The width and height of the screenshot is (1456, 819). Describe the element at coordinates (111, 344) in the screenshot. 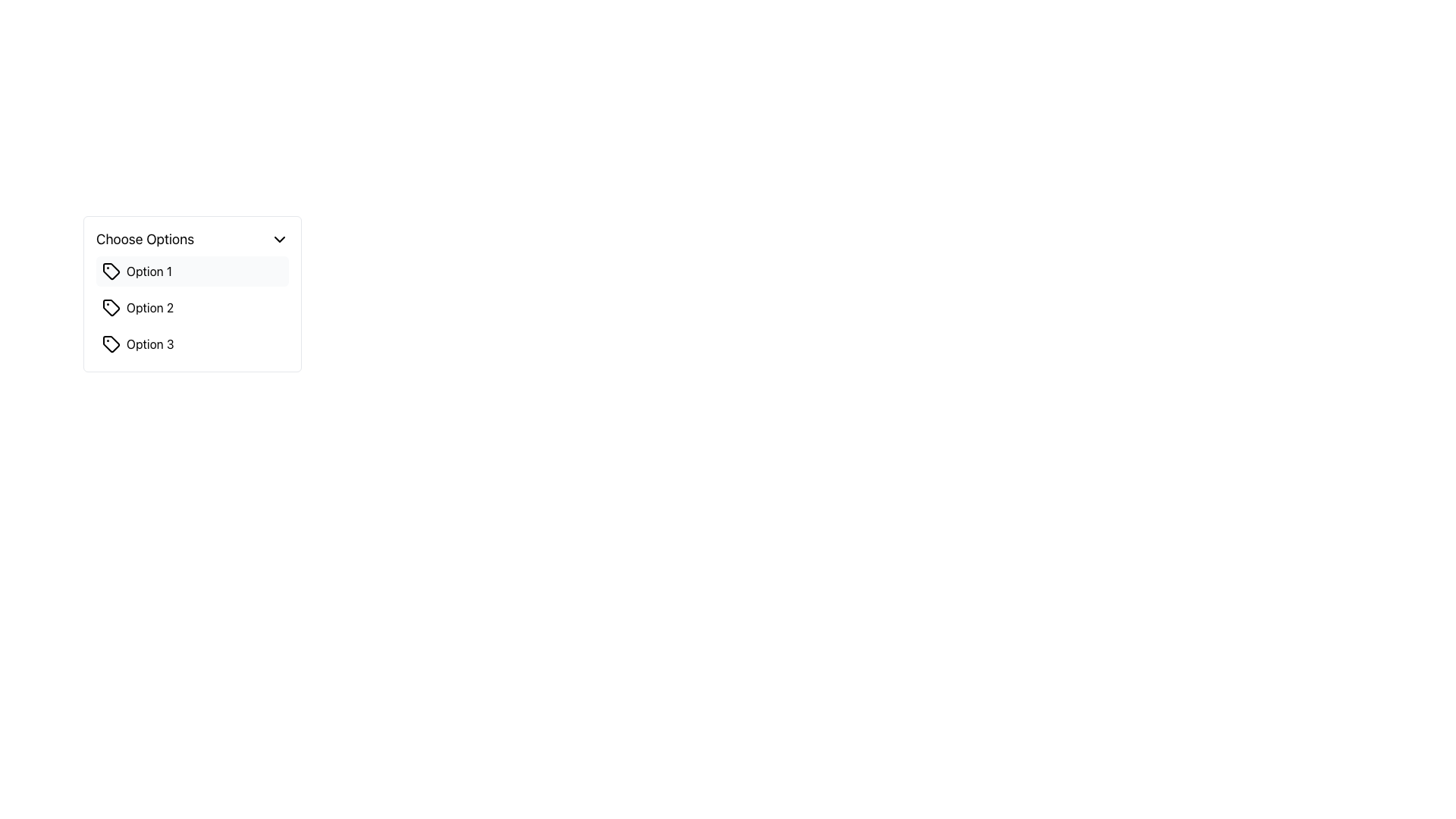

I see `the tag-shaped icon with a thin black outline that represents the 'Option 3' in the dropdown menu` at that location.